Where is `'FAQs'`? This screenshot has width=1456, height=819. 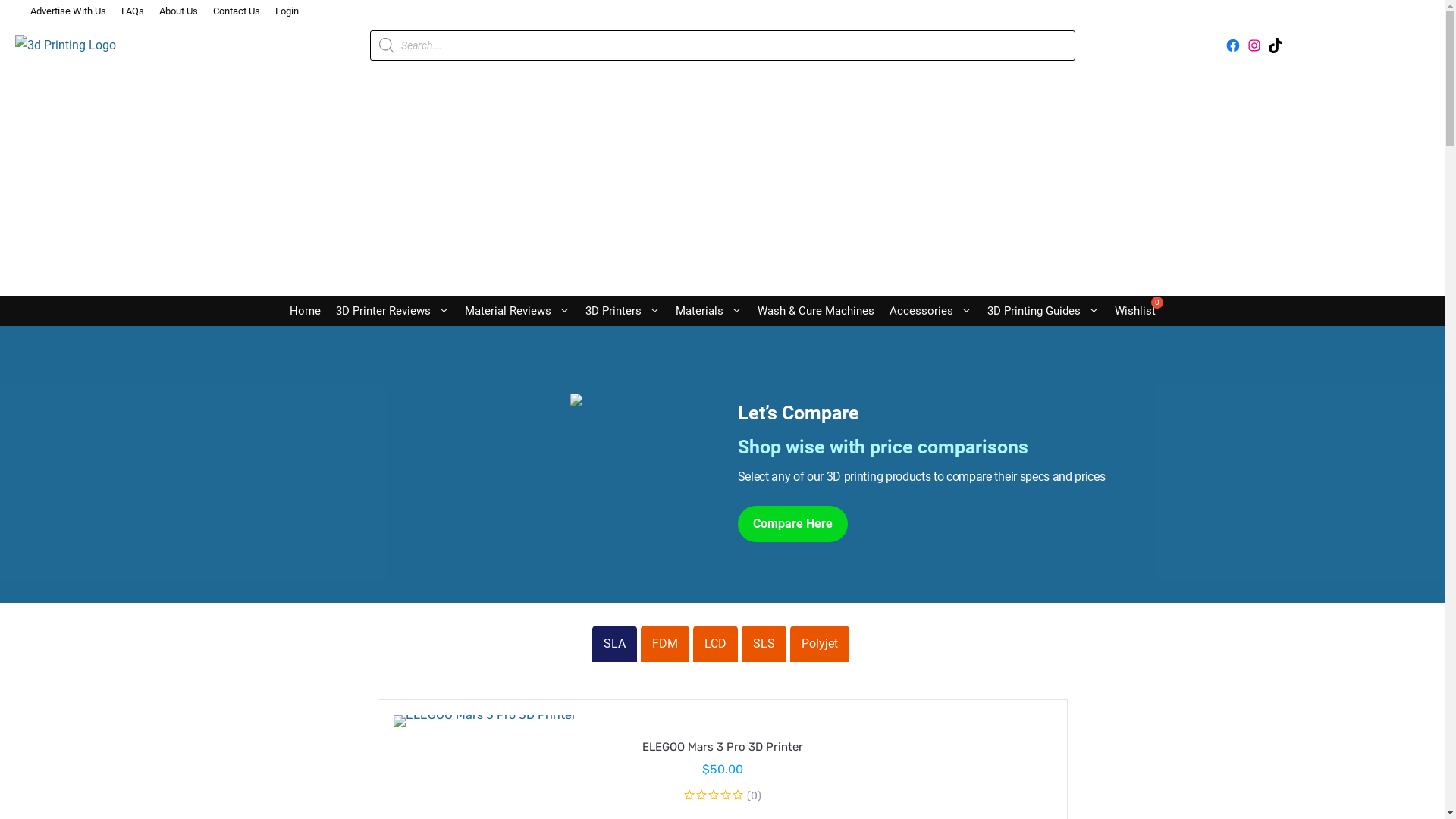
'FAQs' is located at coordinates (132, 11).